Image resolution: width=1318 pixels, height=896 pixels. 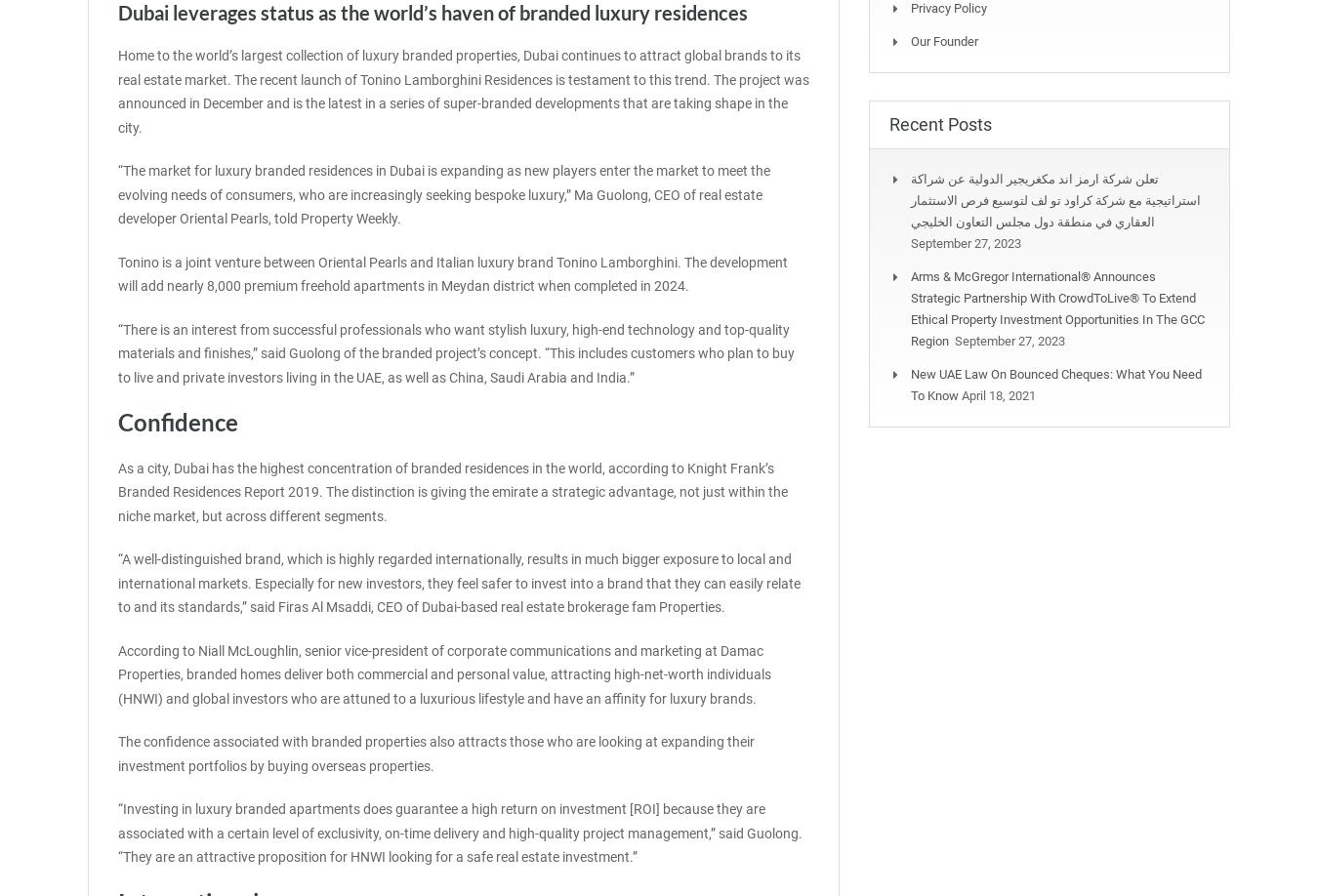 What do you see at coordinates (117, 352) in the screenshot?
I see `'“There is an interest from successful professionals who want stylish luxury, high-end technology and top-quality materials and finishes,” said Guolong of the branded project’s concept. “This includes customers who plan to buy to live and private investors living in the UAE, as well as China, Saudi Arabia and India.”'` at bounding box center [117, 352].